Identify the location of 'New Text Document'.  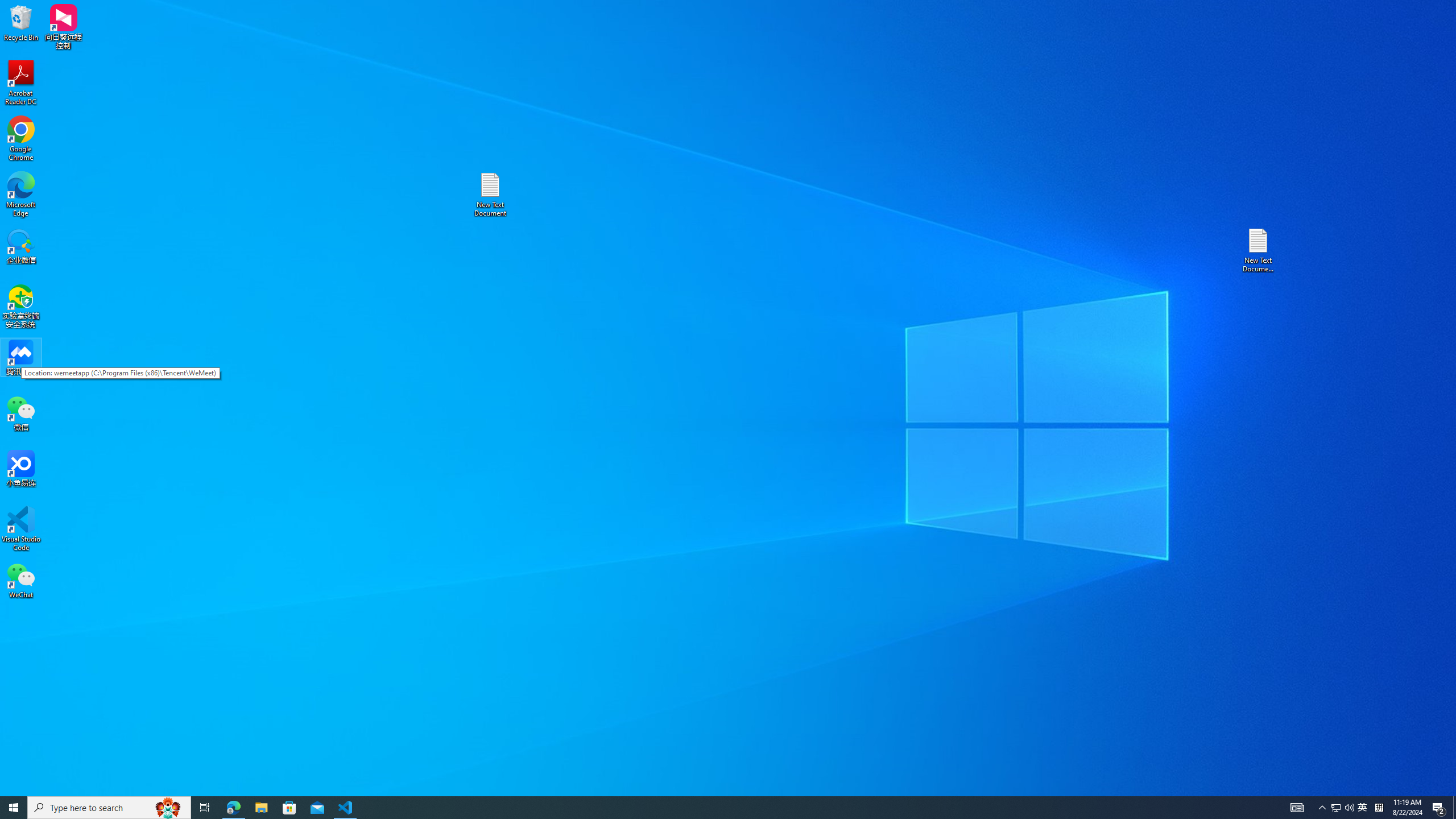
(489, 194).